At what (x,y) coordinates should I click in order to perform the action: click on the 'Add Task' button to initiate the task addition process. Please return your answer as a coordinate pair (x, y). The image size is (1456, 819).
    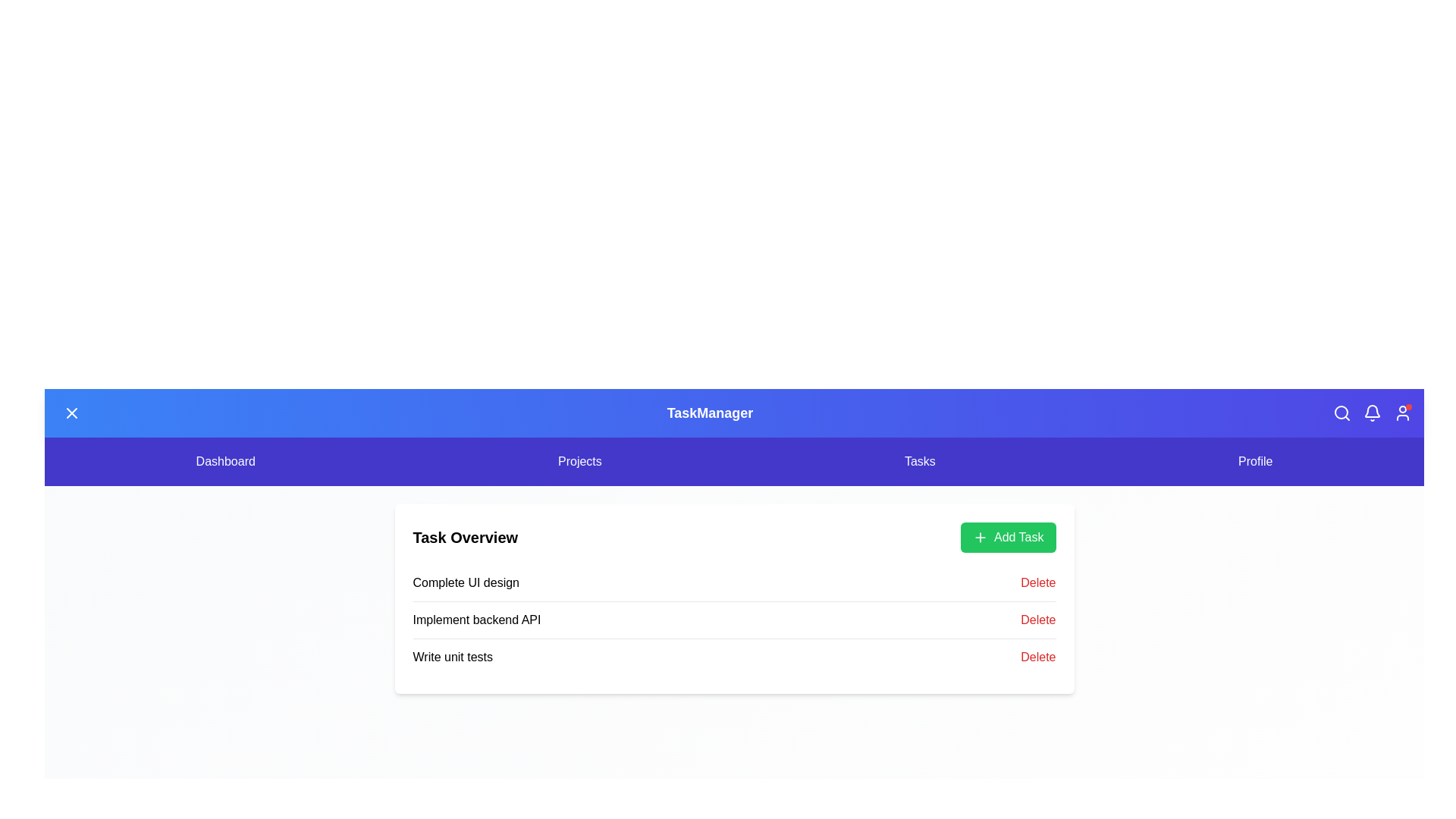
    Looking at the image, I should click on (1008, 537).